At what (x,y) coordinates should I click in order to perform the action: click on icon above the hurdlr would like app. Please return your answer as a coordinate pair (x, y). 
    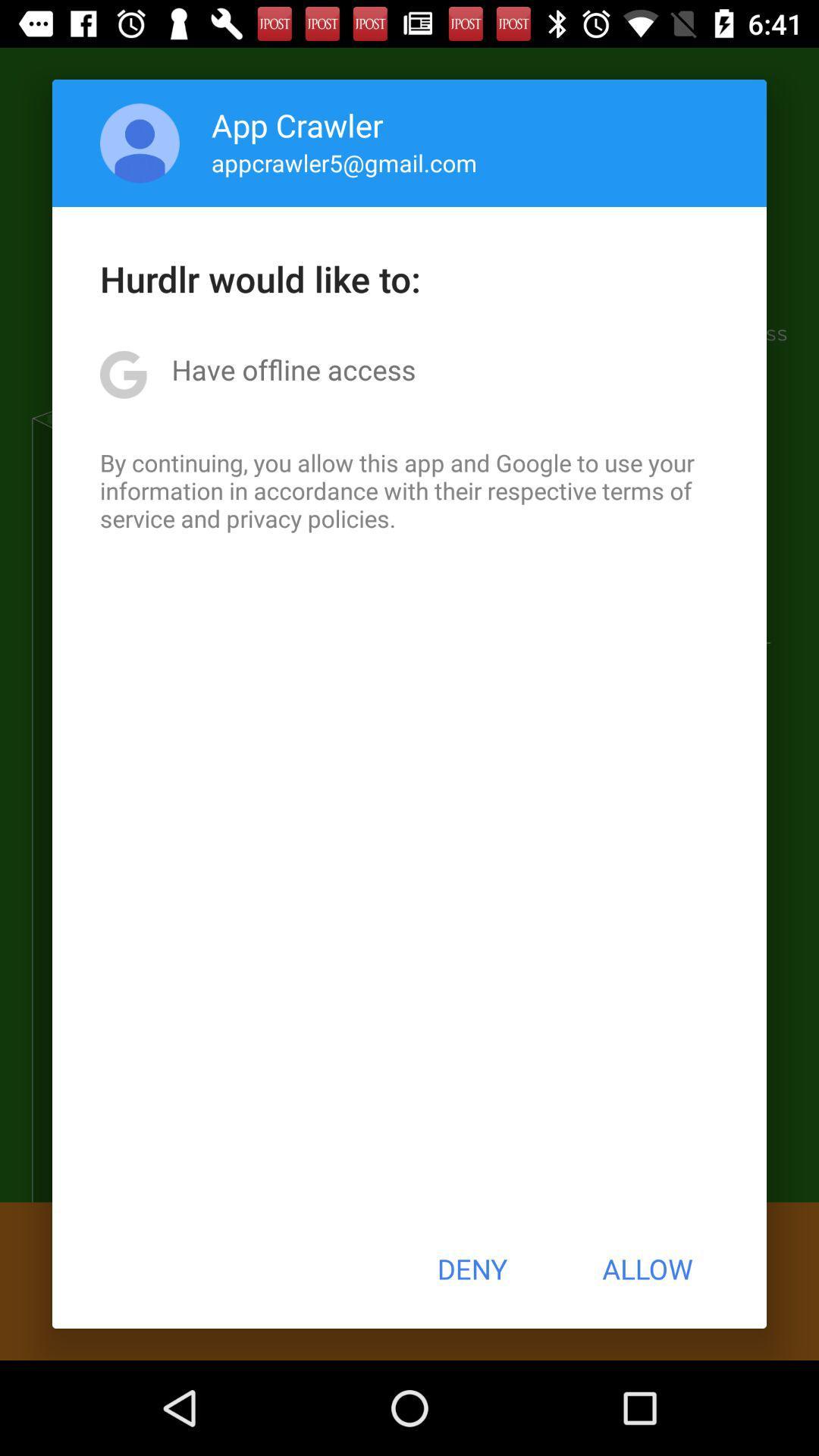
    Looking at the image, I should click on (140, 143).